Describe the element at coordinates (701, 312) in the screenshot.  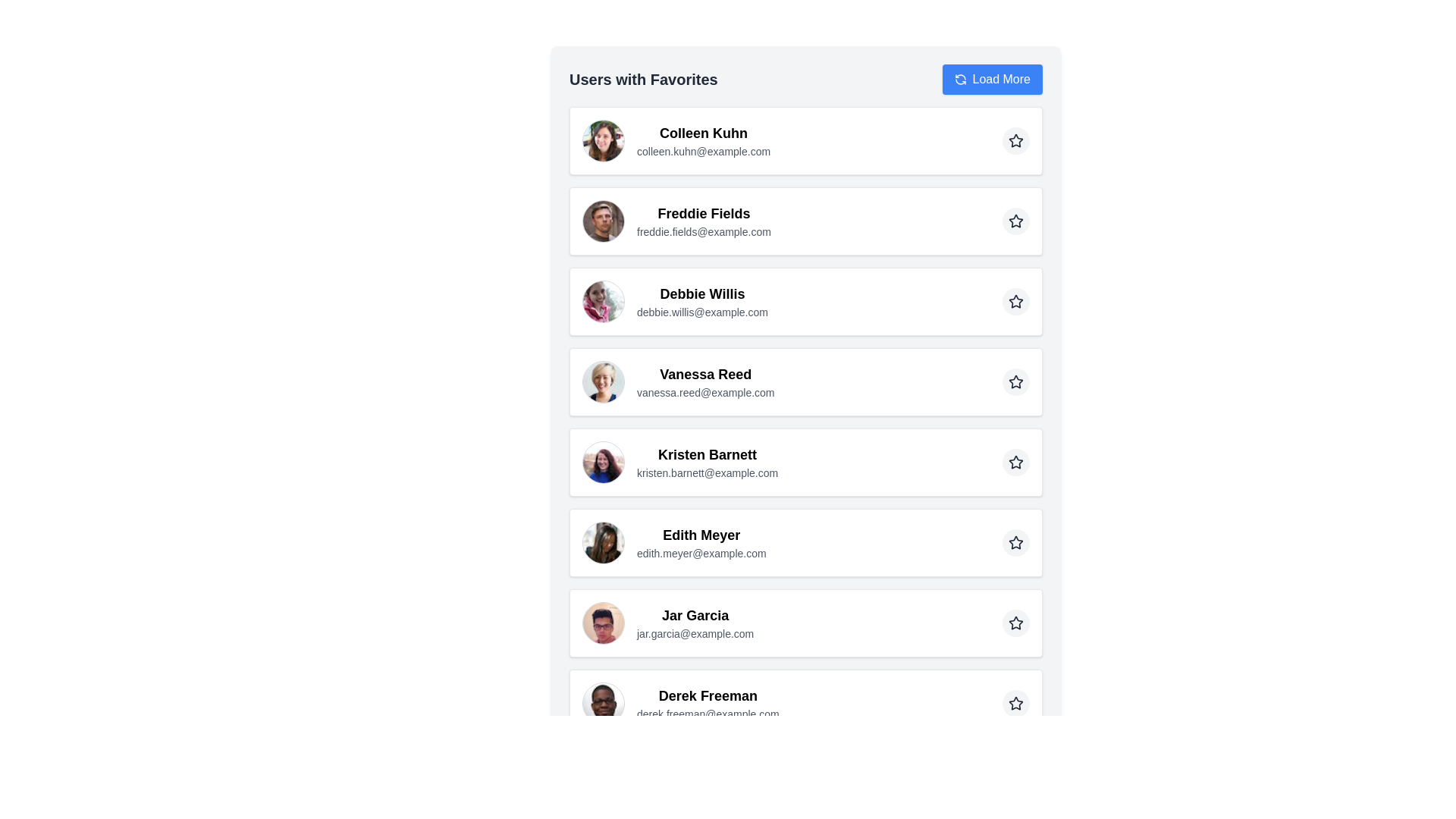
I see `the text label displaying the email address for user 'Debbie Willis', which is located directly below the name in the 'Users with Favorites' section as the third entry in the list` at that location.